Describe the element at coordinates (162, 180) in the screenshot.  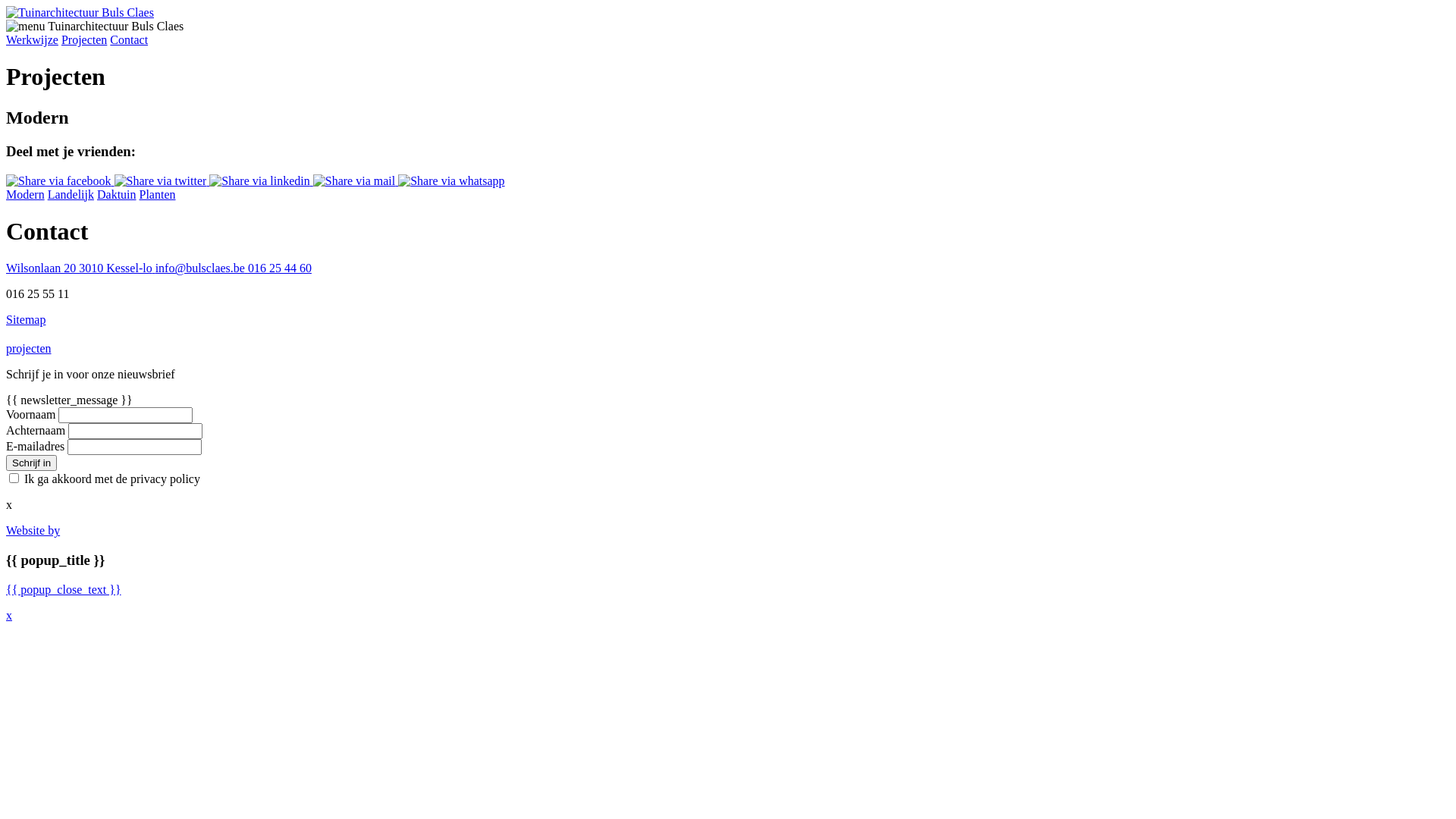
I see `'Share via twitter'` at that location.